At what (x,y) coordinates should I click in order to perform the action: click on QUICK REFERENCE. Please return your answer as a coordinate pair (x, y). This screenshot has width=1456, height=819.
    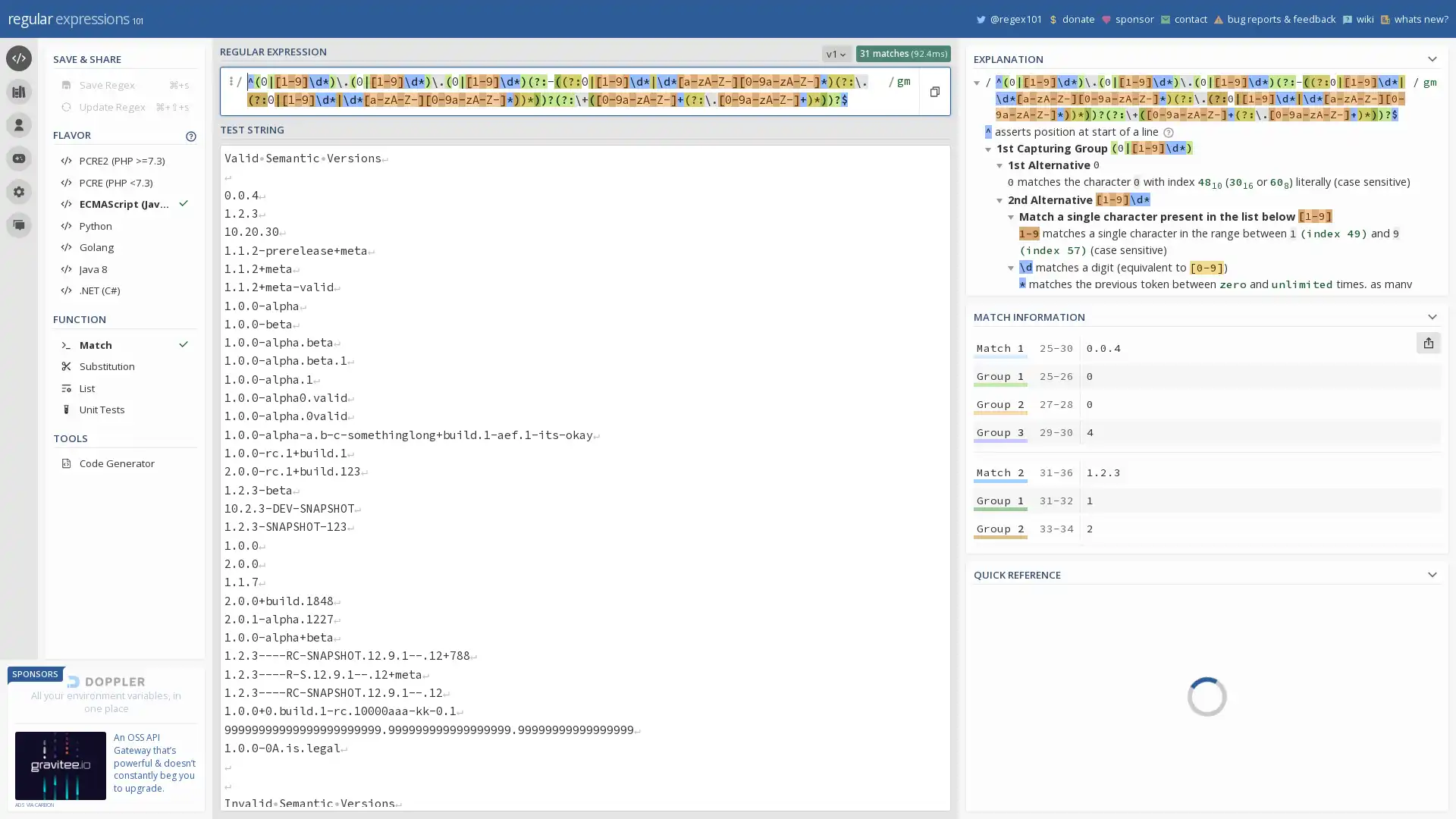
    Looking at the image, I should click on (1207, 573).